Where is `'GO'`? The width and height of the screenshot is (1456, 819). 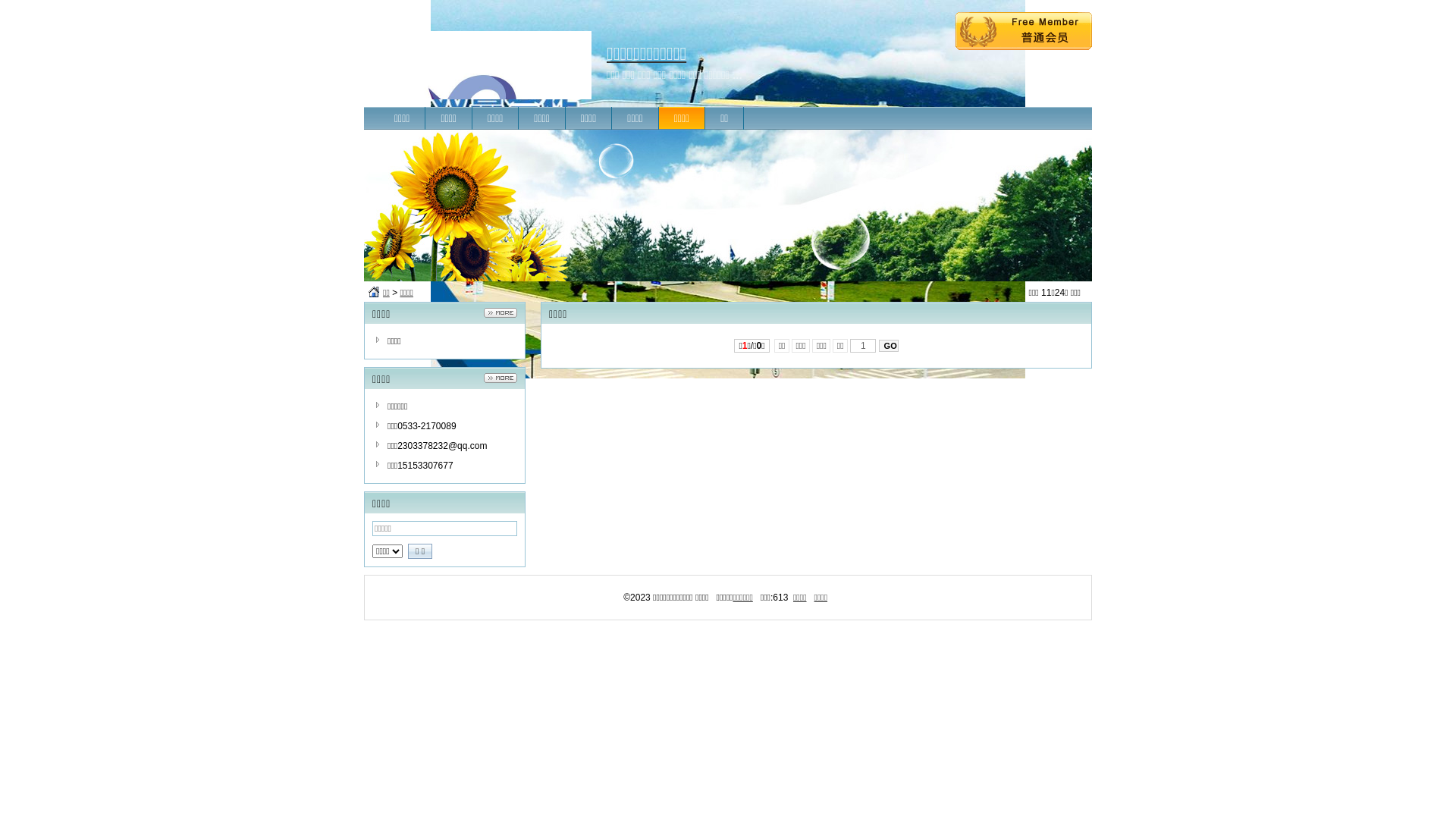
'GO' is located at coordinates (878, 345).